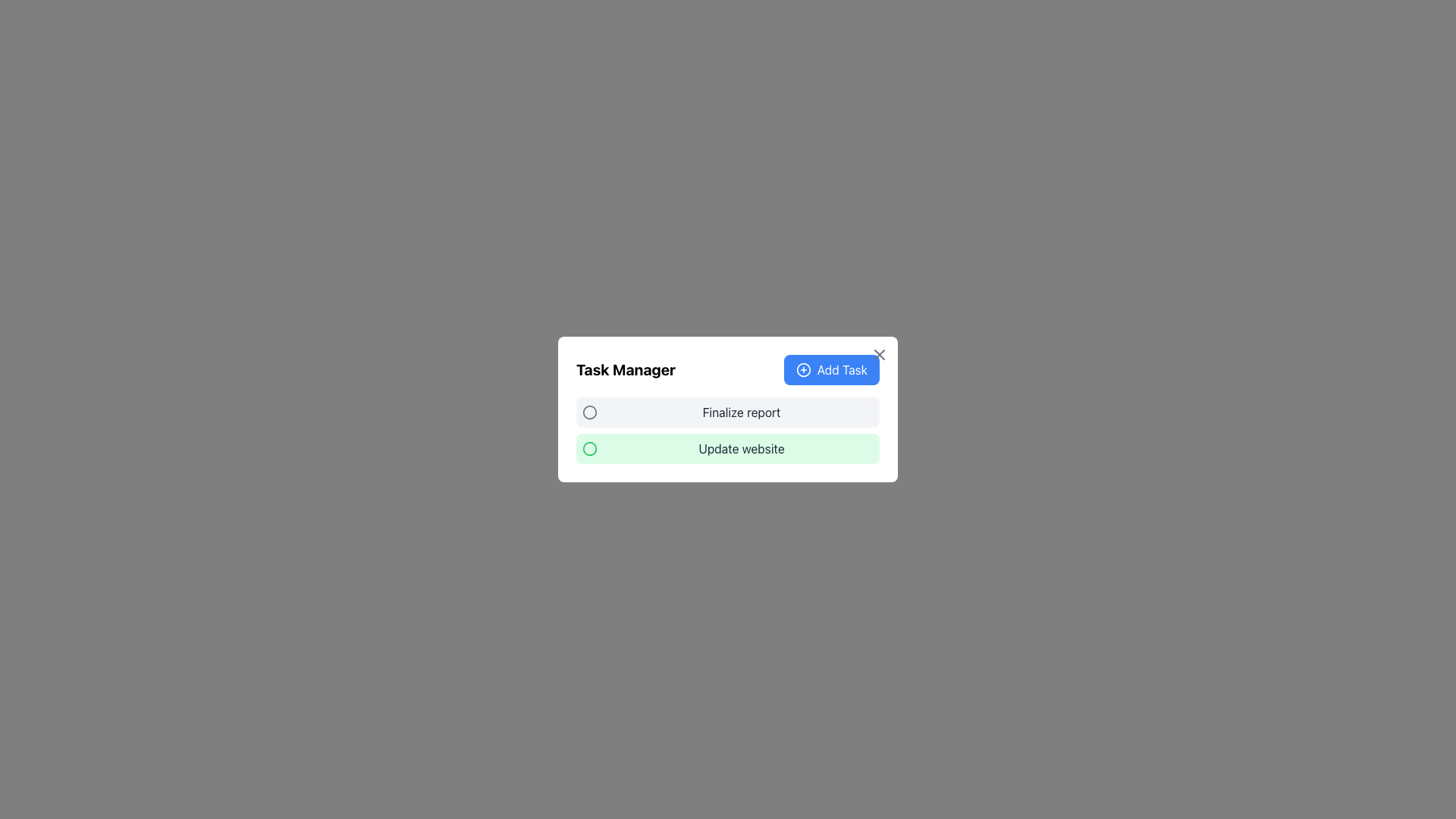 This screenshot has width=1456, height=819. What do you see at coordinates (880, 354) in the screenshot?
I see `the Close icon located in the top-right corner of the Task Manager interface` at bounding box center [880, 354].